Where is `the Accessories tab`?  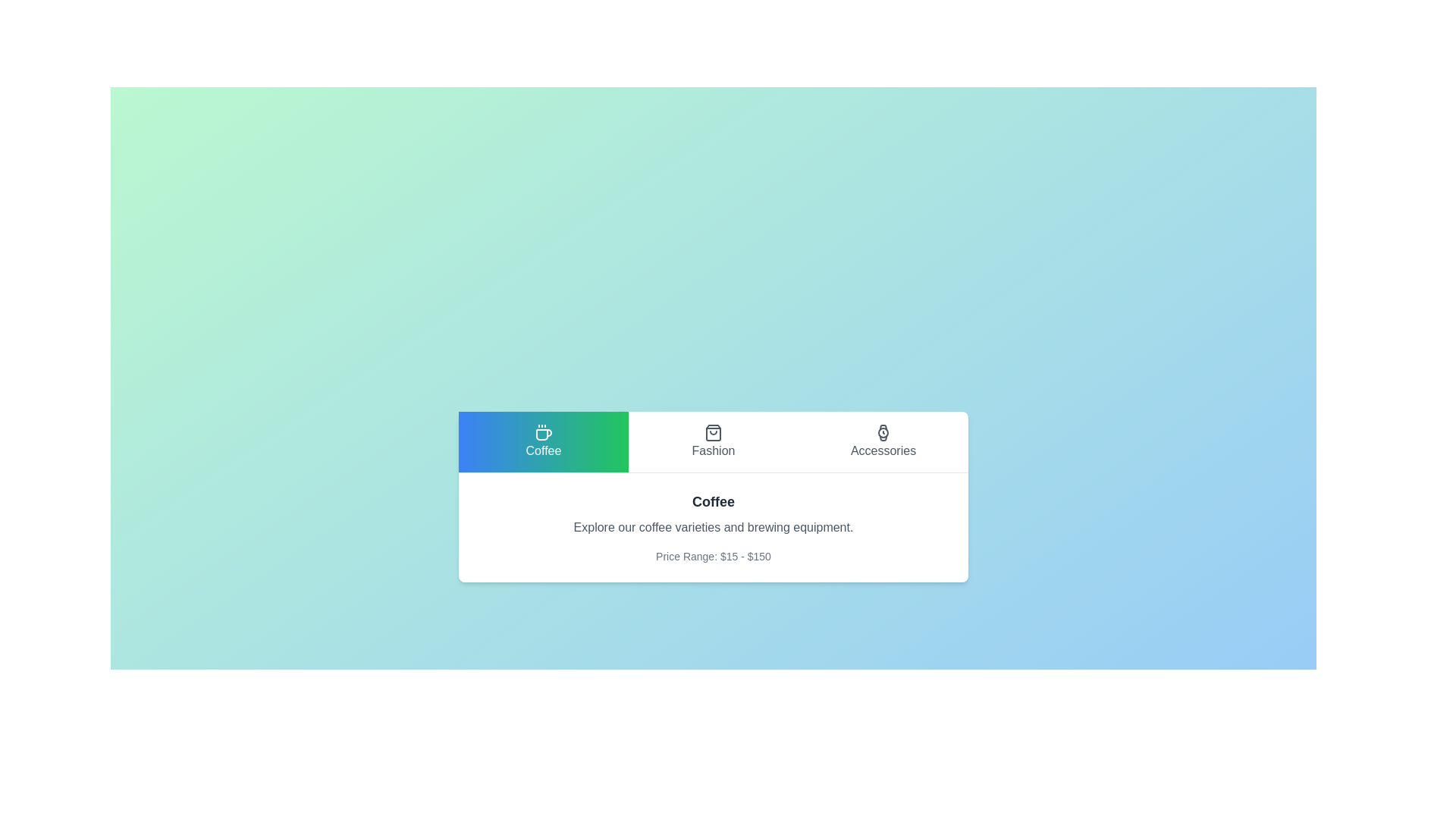
the Accessories tab is located at coordinates (883, 441).